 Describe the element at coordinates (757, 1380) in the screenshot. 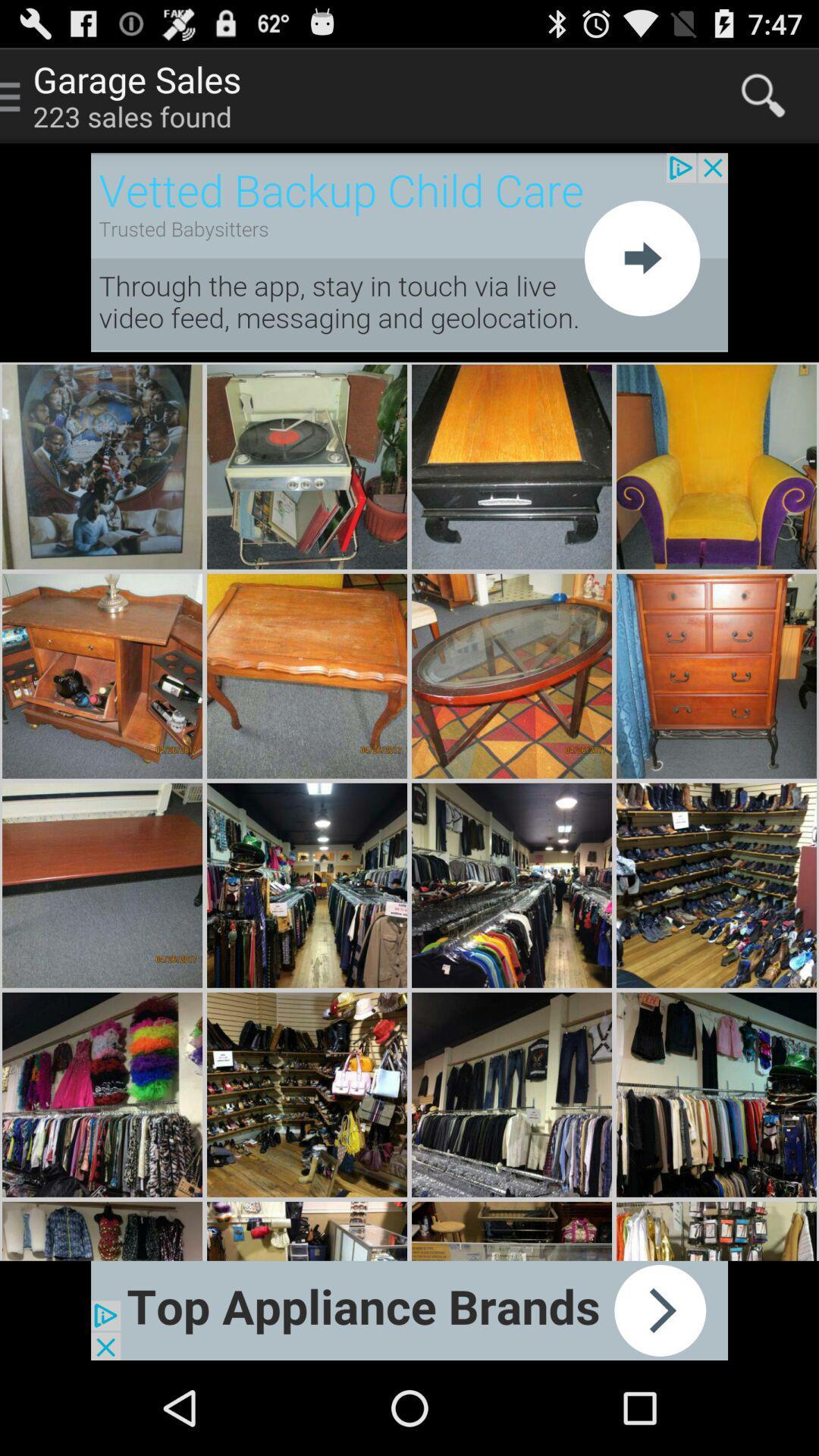

I see `the location icon` at that location.